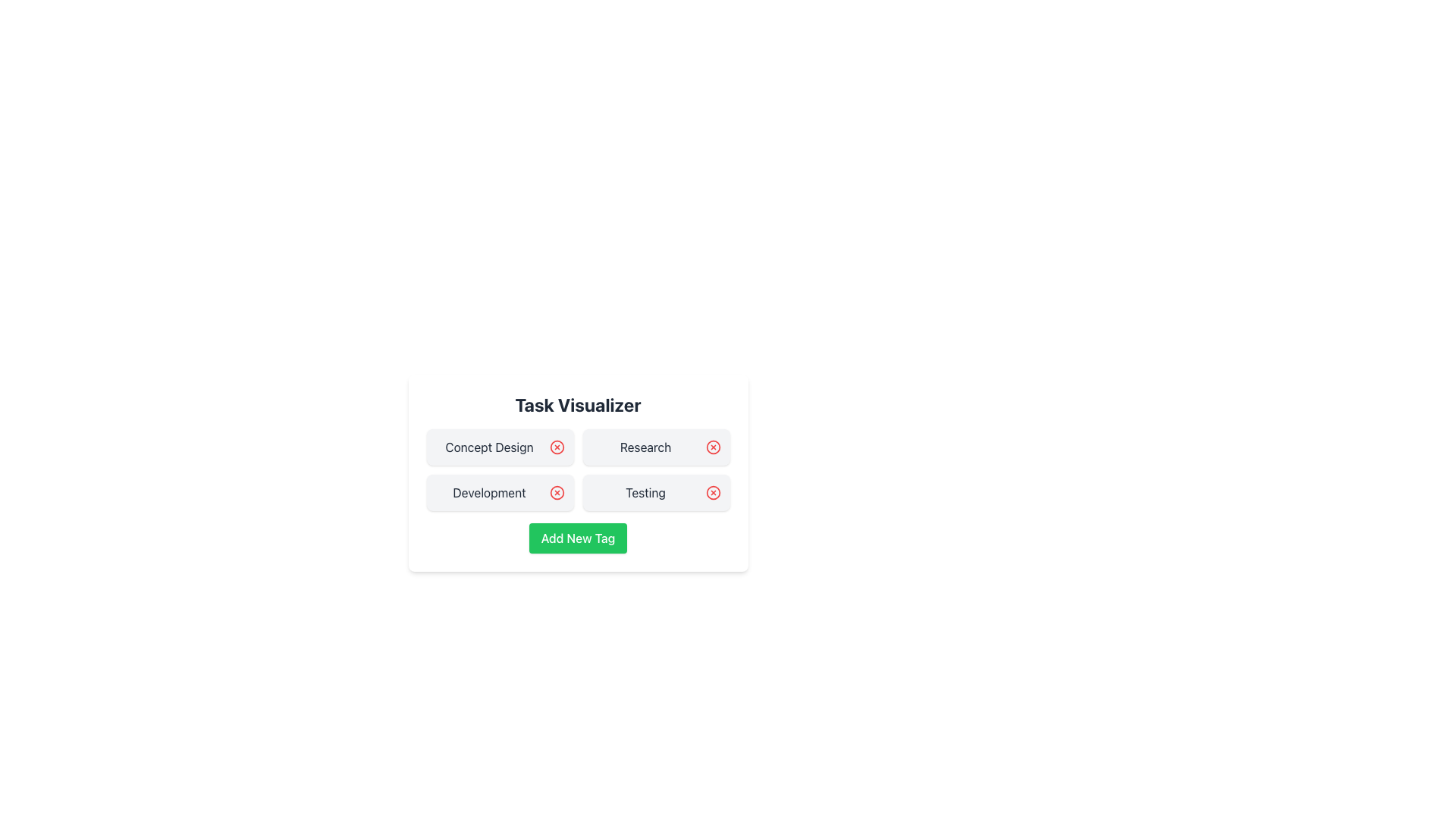  I want to click on the 'Research' button located in the top-right cell of the 'Task Visualizer' section, so click(656, 447).